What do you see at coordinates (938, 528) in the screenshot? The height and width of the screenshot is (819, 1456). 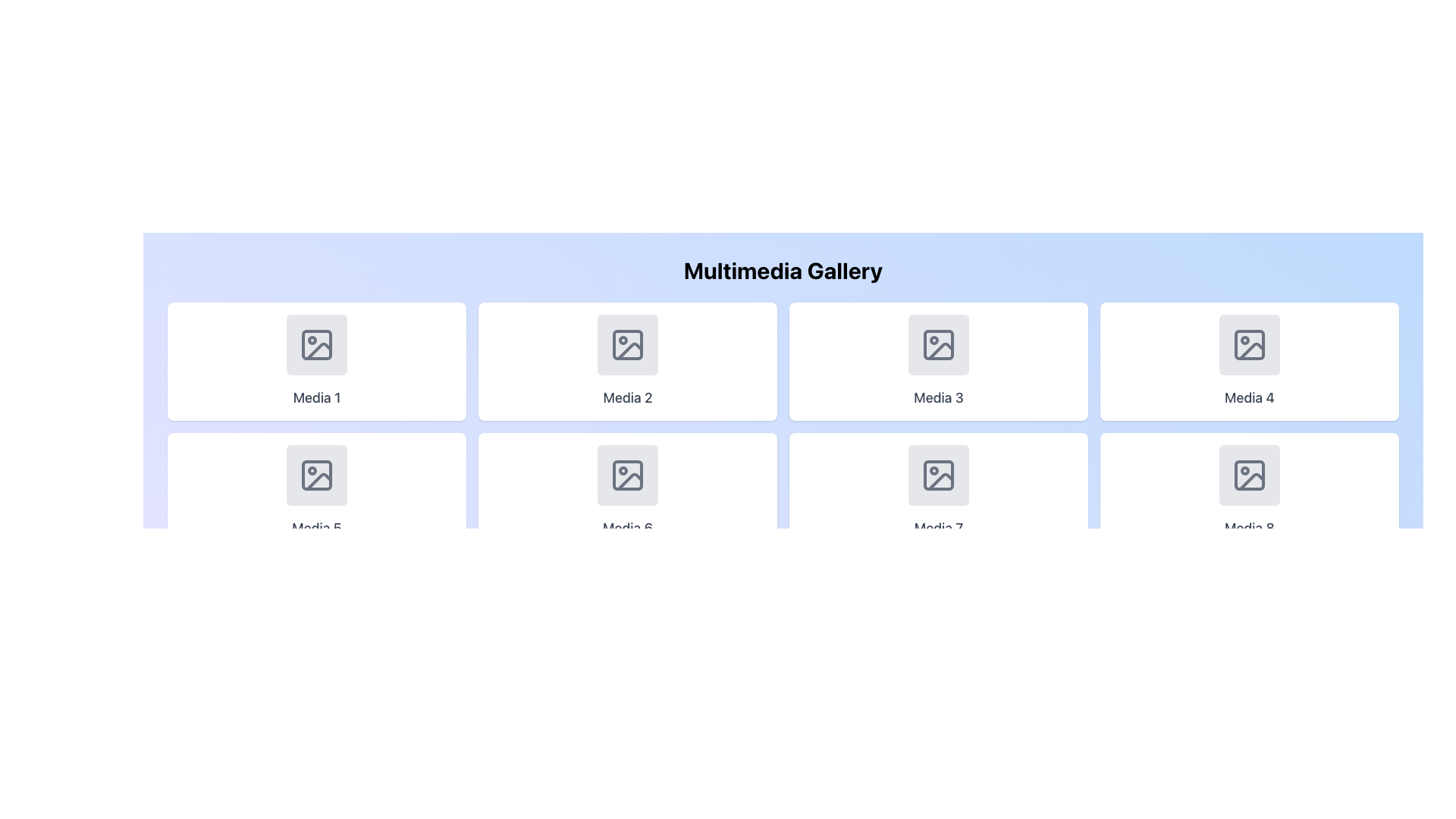 I see `text content of the label displaying 'Media 7', which is styled with a medium-sized font and gray color, located below an image placeholder in the third card of the second row of a multimedia gallery` at bounding box center [938, 528].